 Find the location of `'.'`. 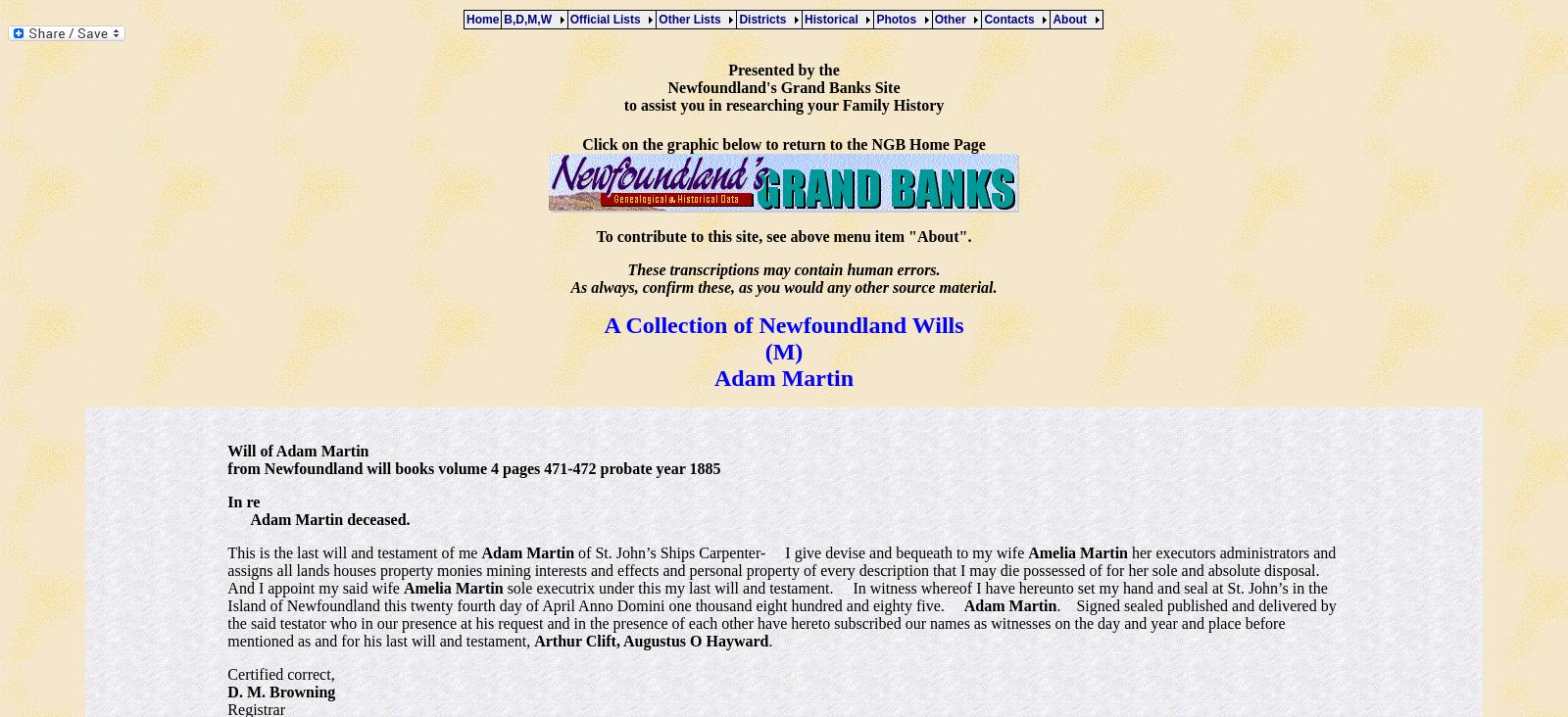

'.' is located at coordinates (768, 640).